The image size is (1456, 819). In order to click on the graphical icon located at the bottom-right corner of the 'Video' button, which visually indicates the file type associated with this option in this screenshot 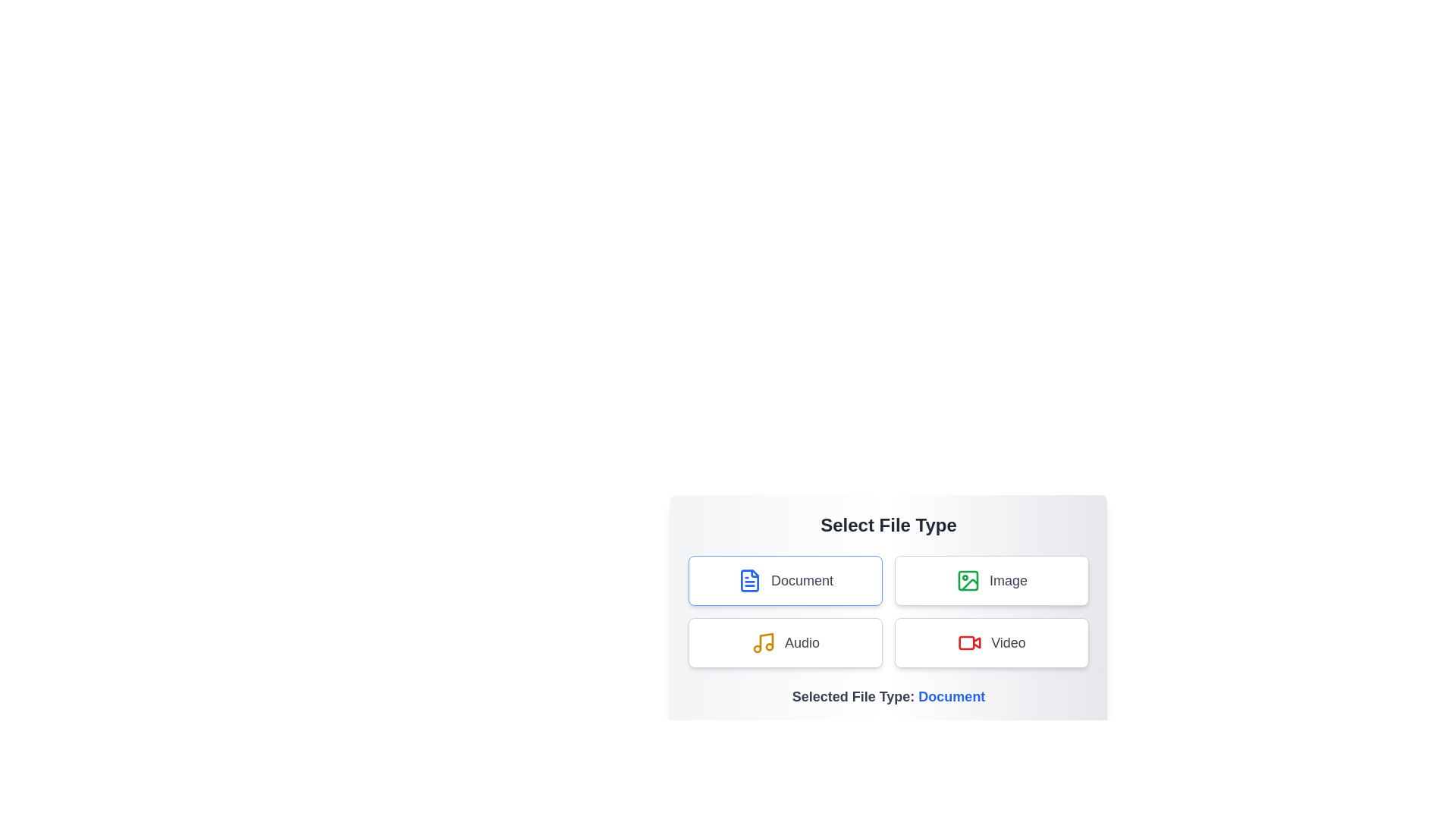, I will do `click(977, 642)`.